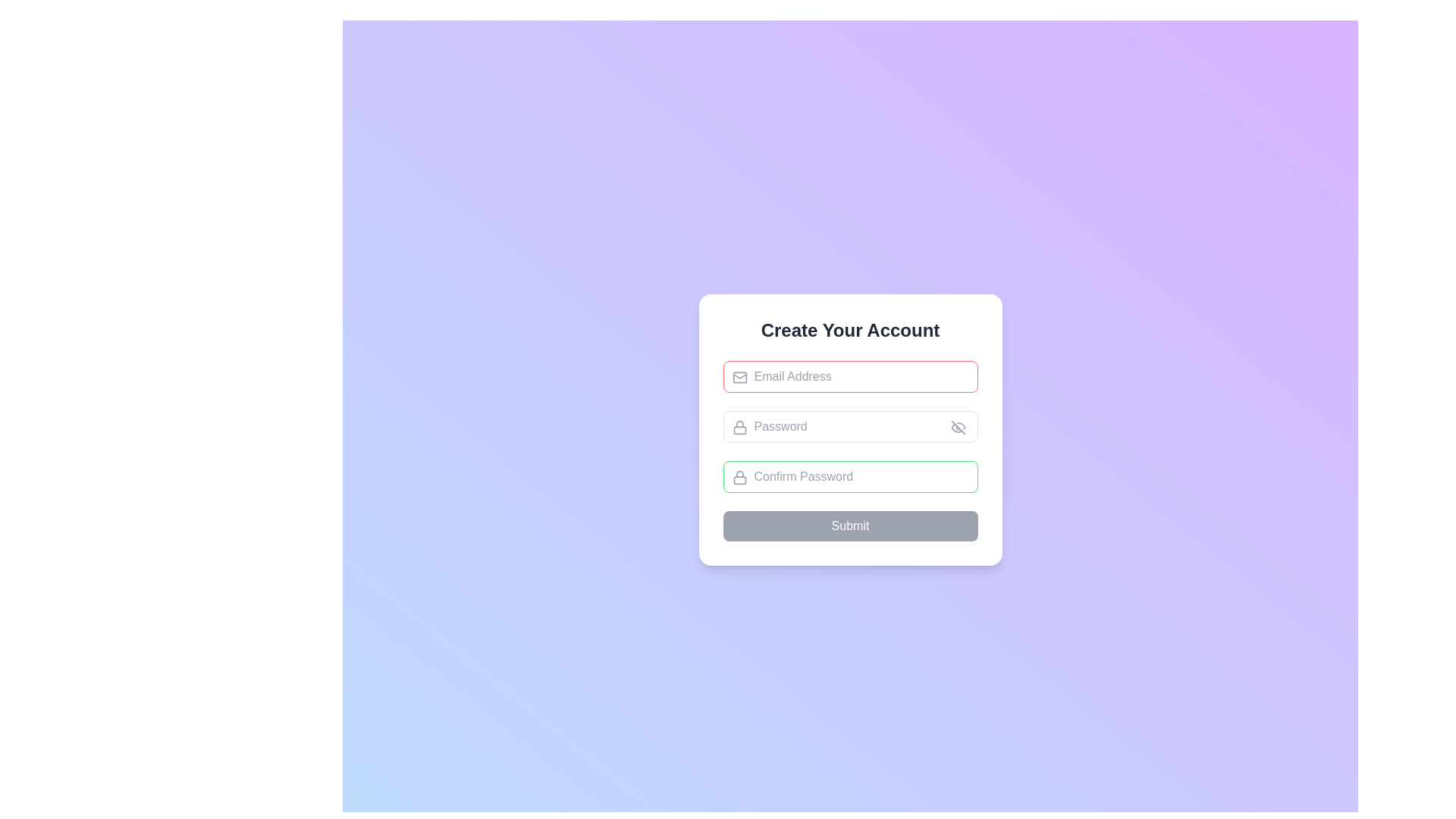 This screenshot has height=819, width=1456. Describe the element at coordinates (739, 376) in the screenshot. I see `the envelope icon representing email, located inside the email address input field on the left side` at that location.